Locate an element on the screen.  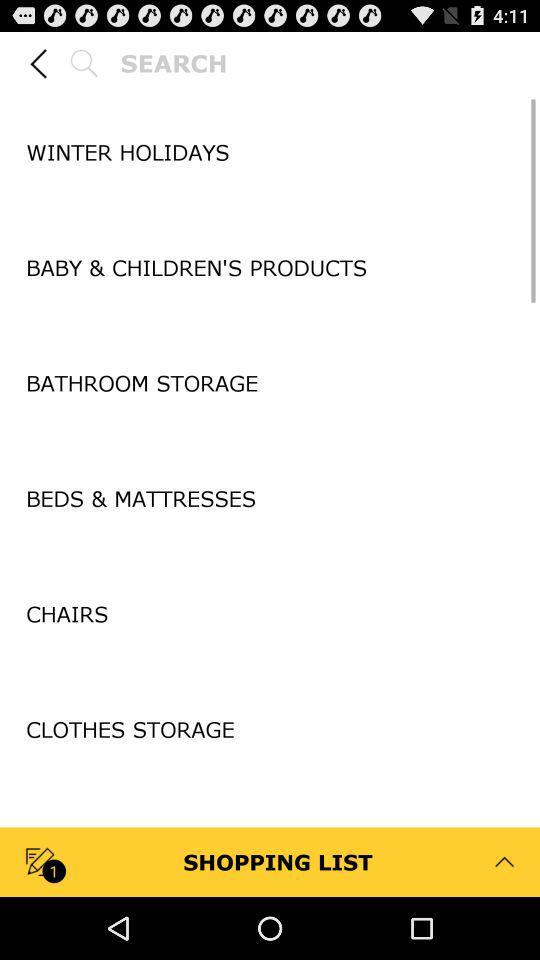
the icon above the cooking icon is located at coordinates (270, 788).